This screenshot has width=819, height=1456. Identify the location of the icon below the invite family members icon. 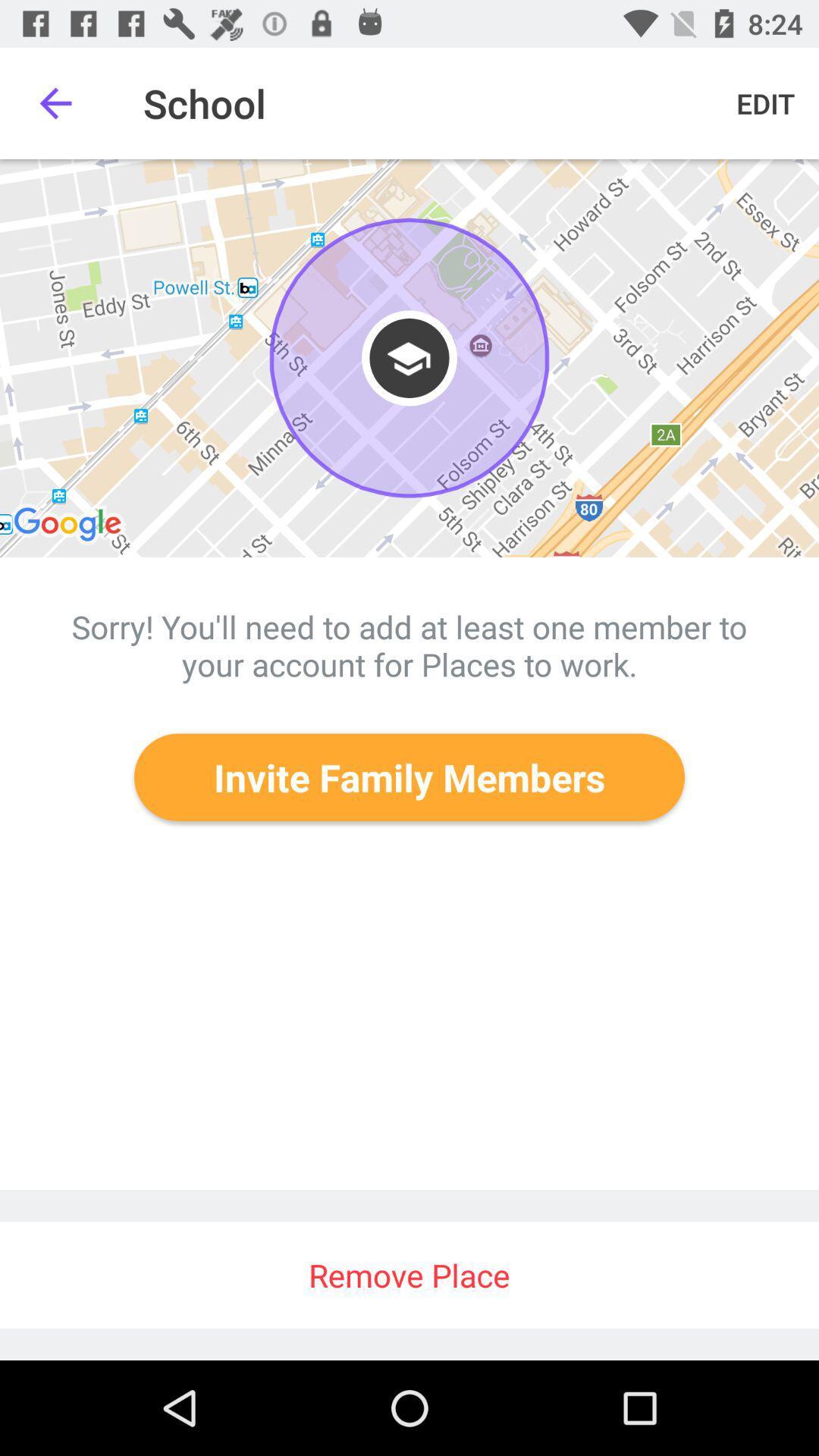
(409, 1274).